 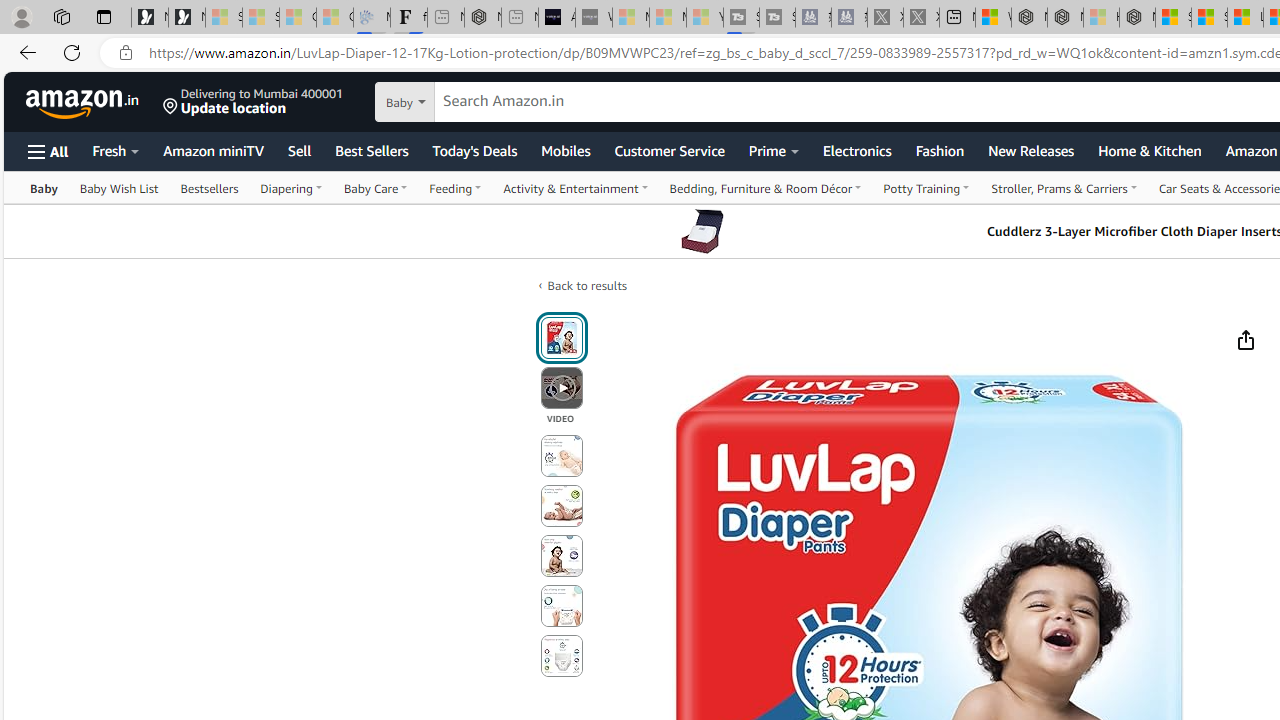 What do you see at coordinates (630, 17) in the screenshot?
I see `'Microsoft Start Sports - Sleeping'` at bounding box center [630, 17].